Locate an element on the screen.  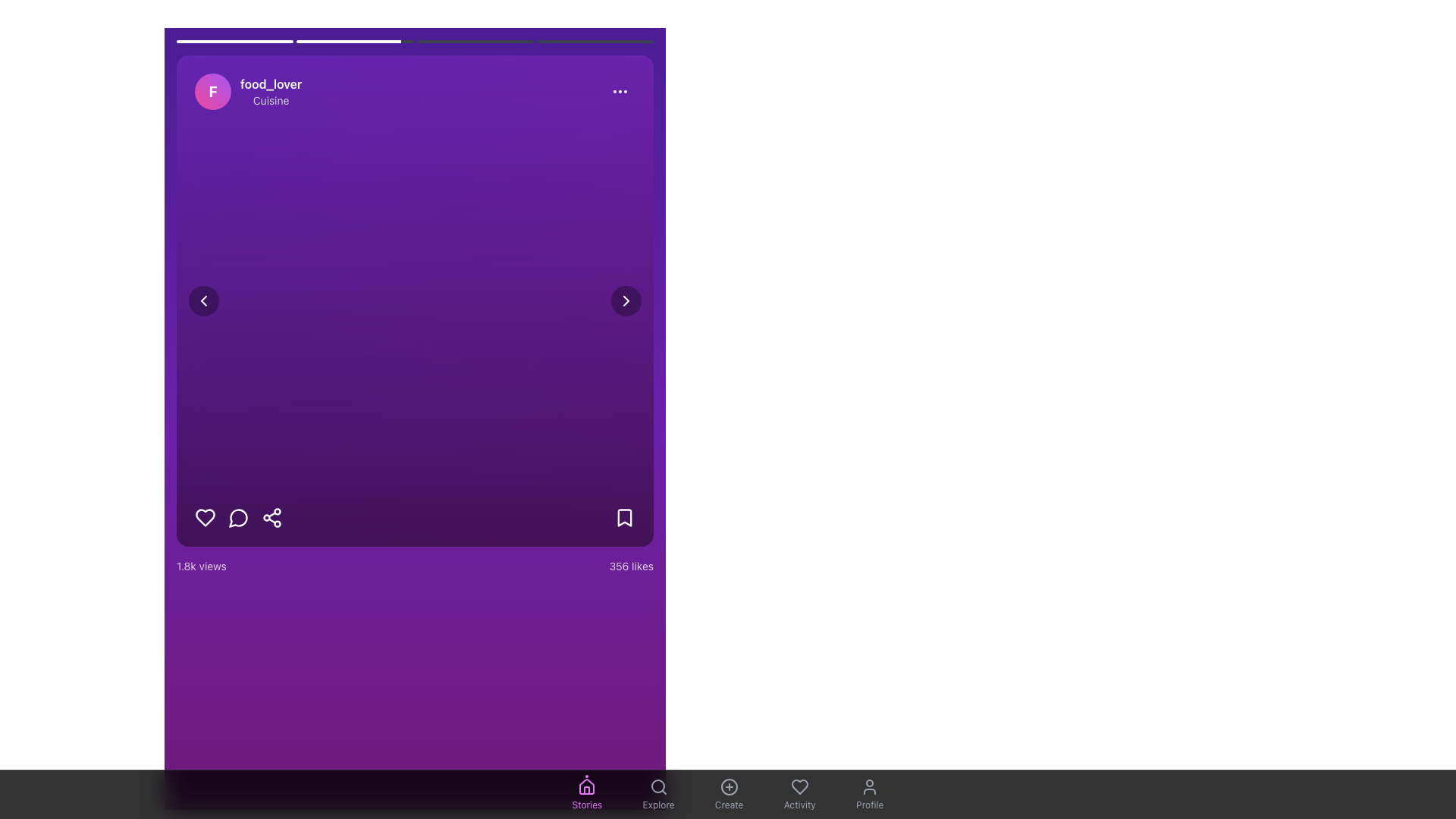
the circular button with a dark semi-transparent background and a white left-facing chevron icon to trigger a background color change is located at coordinates (202, 301).